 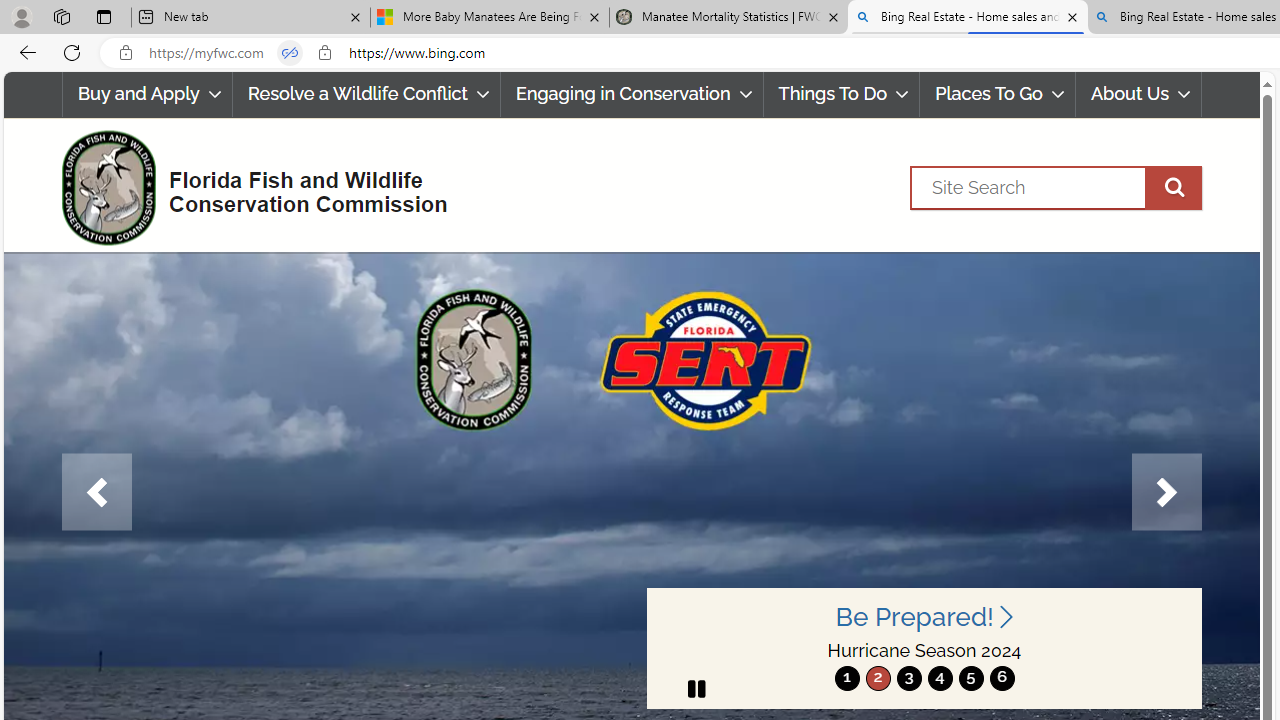 What do you see at coordinates (631, 94) in the screenshot?
I see `'Engaging in Conservation'` at bounding box center [631, 94].